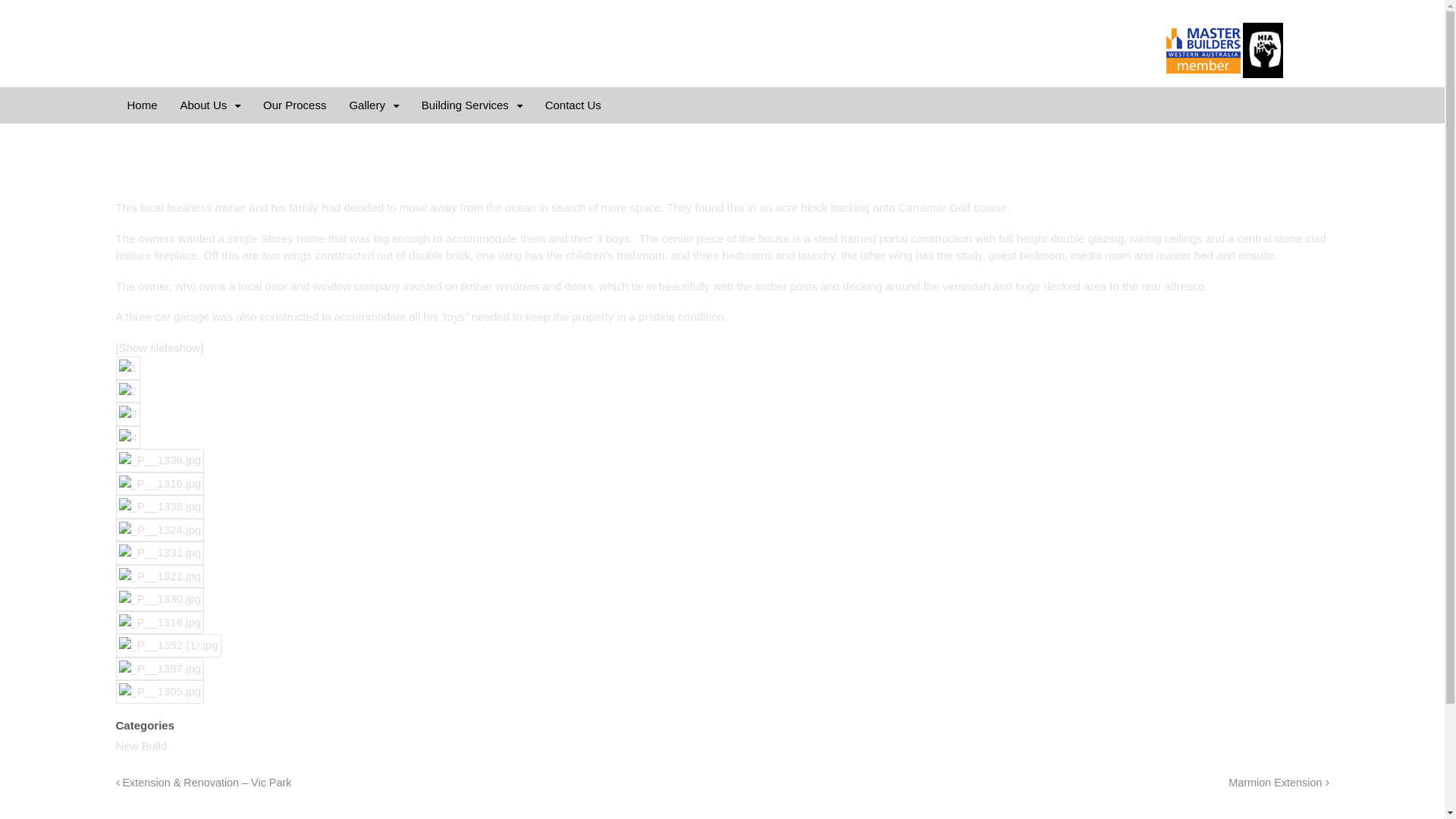 This screenshot has height=819, width=1456. I want to click on '_P__1338.jpg', so click(159, 507).